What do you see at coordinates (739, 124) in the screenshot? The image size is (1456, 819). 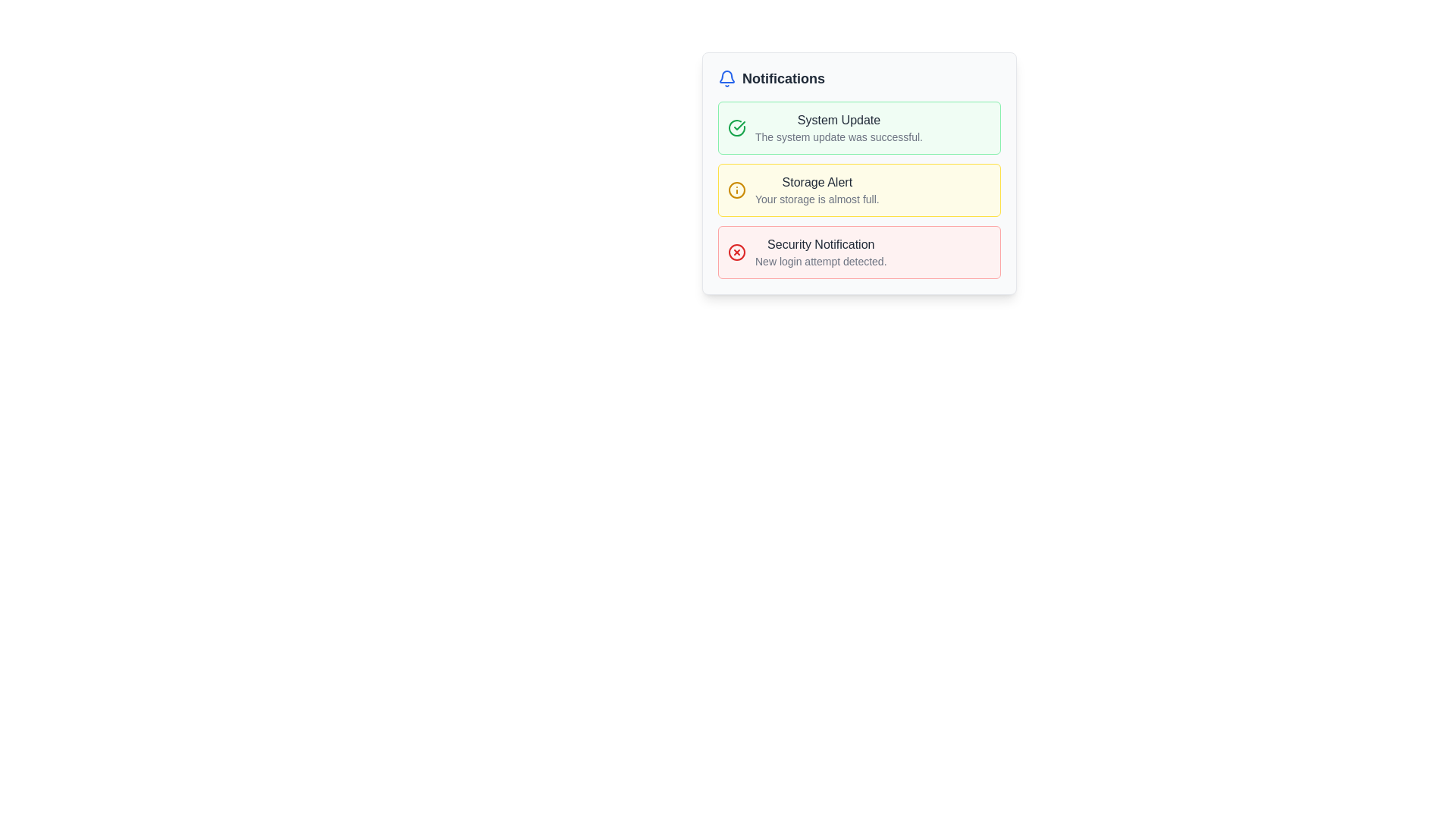 I see `the checkmark icon that indicates the success status of the system update notification, located in the first row of the notification list` at bounding box center [739, 124].